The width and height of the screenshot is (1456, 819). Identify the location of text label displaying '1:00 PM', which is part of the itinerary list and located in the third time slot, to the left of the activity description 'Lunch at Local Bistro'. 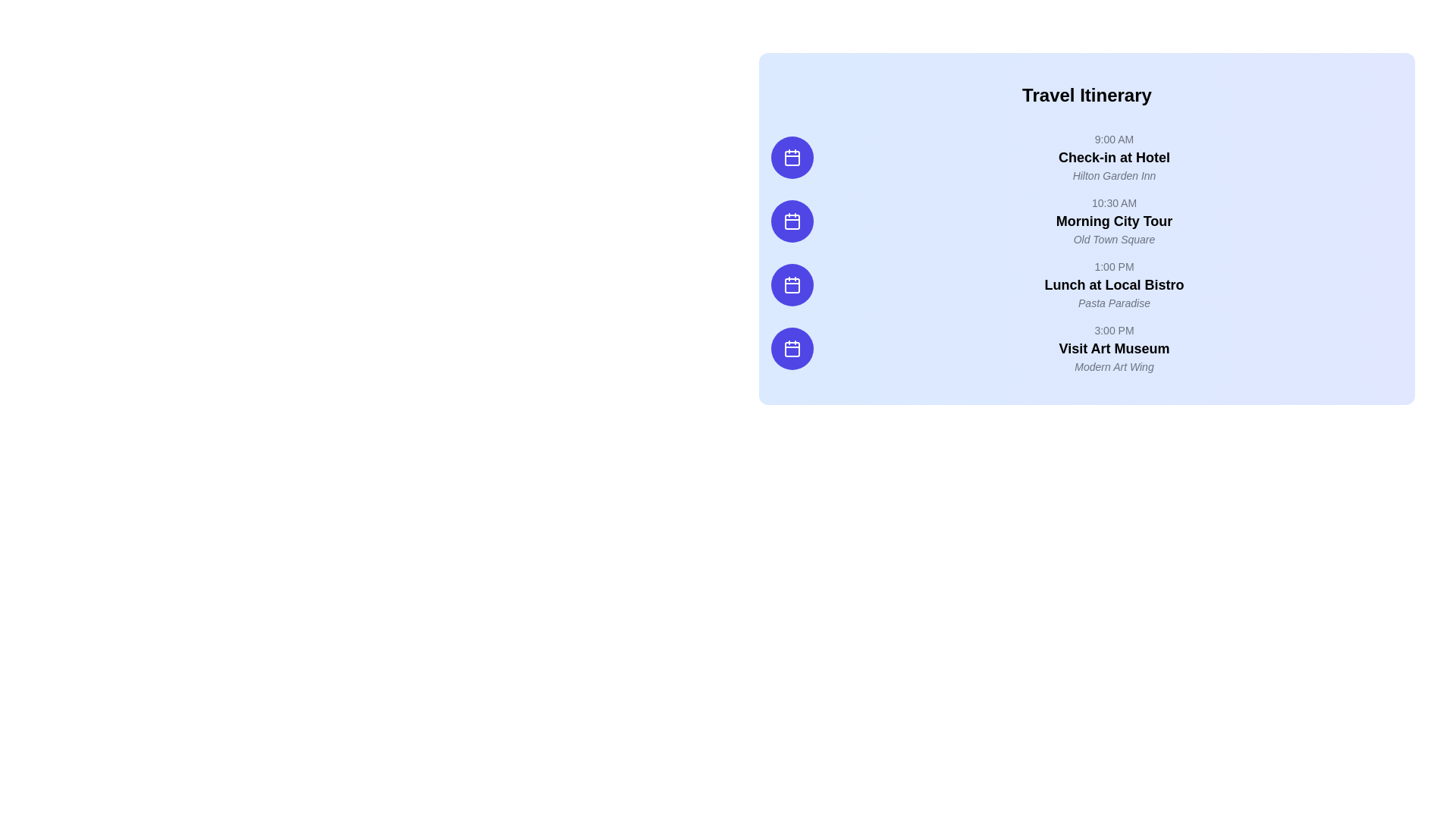
(1114, 265).